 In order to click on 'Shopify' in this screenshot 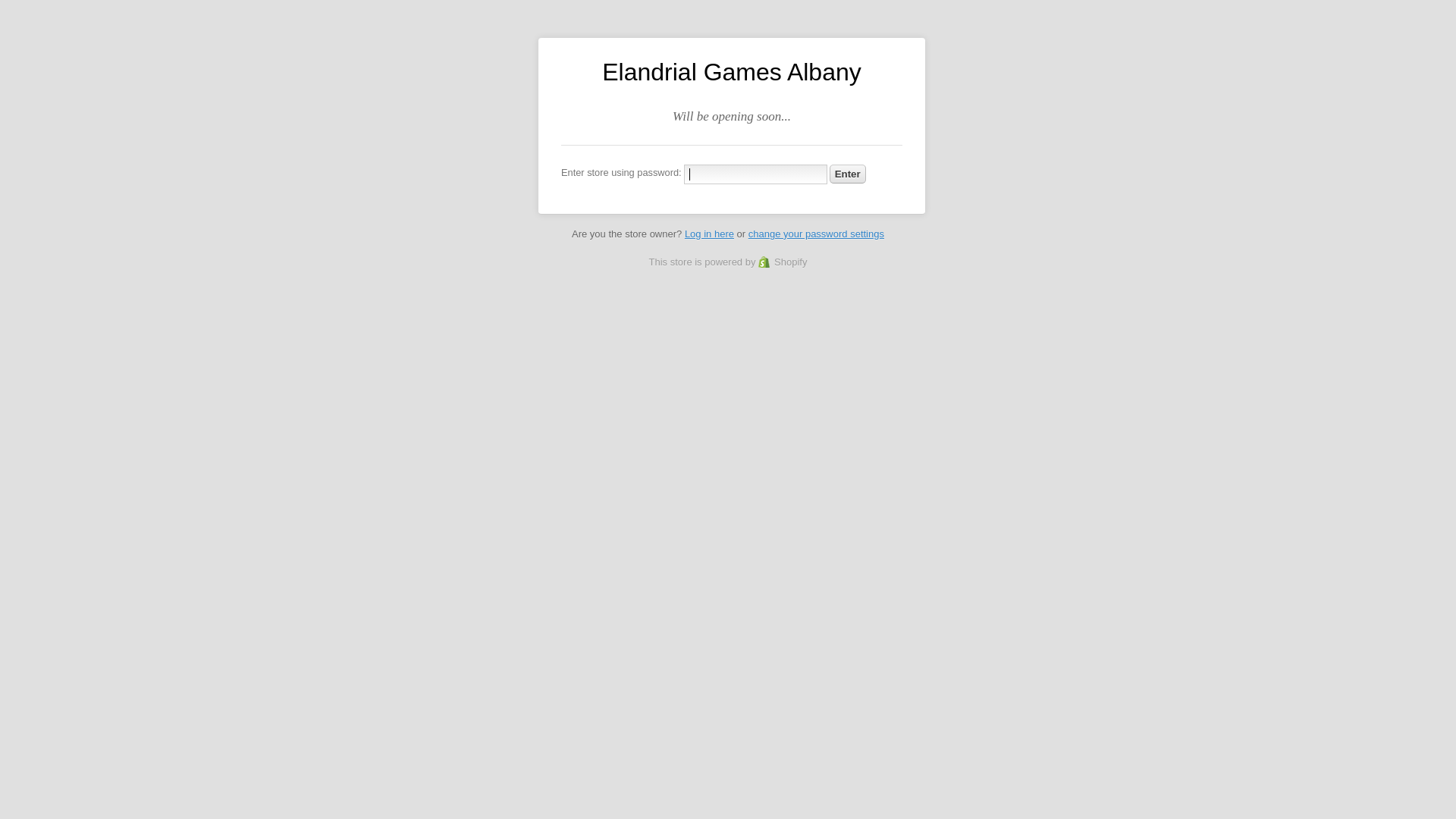, I will do `click(783, 261)`.